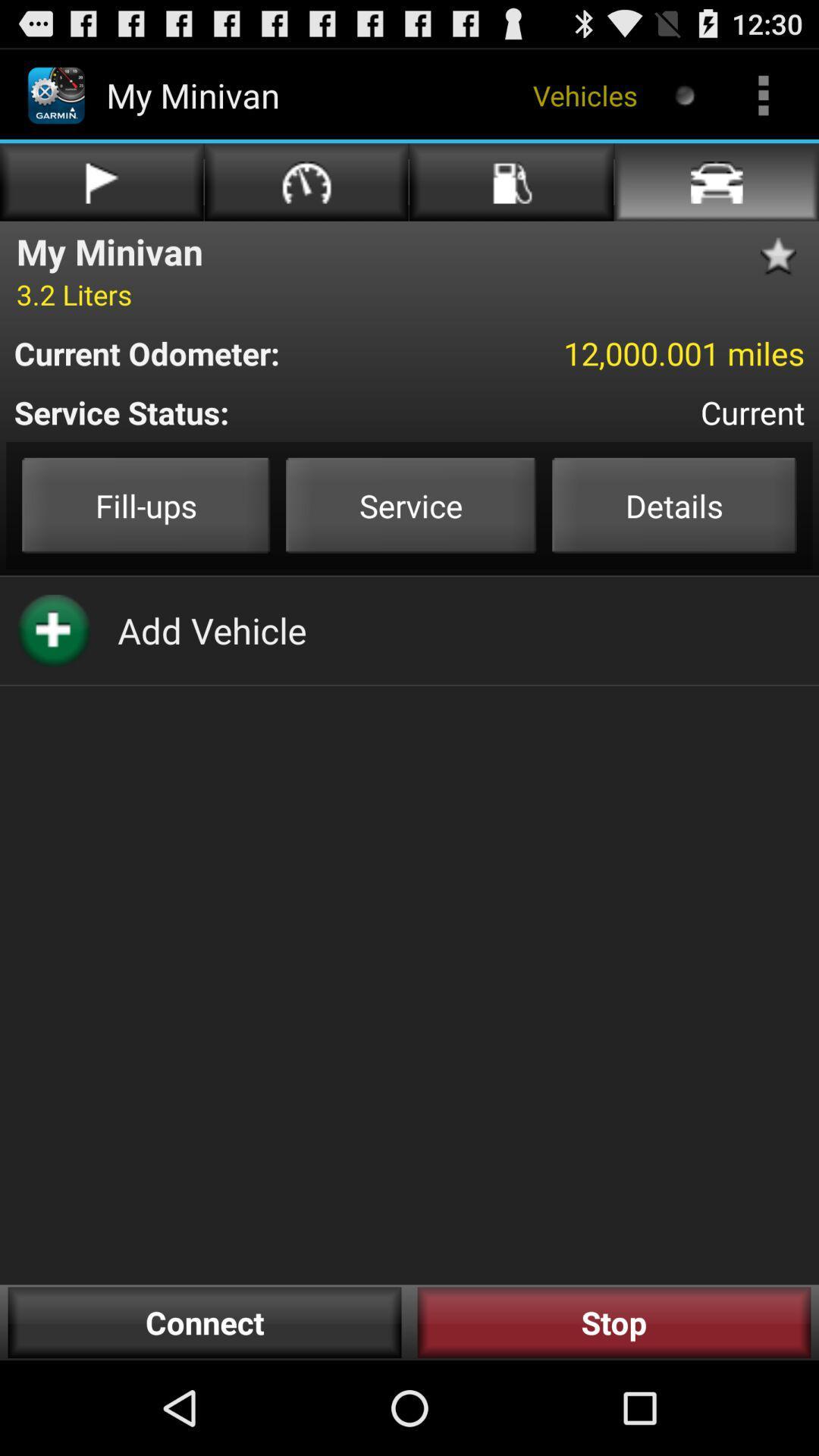 The height and width of the screenshot is (1456, 819). What do you see at coordinates (218, 352) in the screenshot?
I see `the item below the 3.2 liters icon` at bounding box center [218, 352].